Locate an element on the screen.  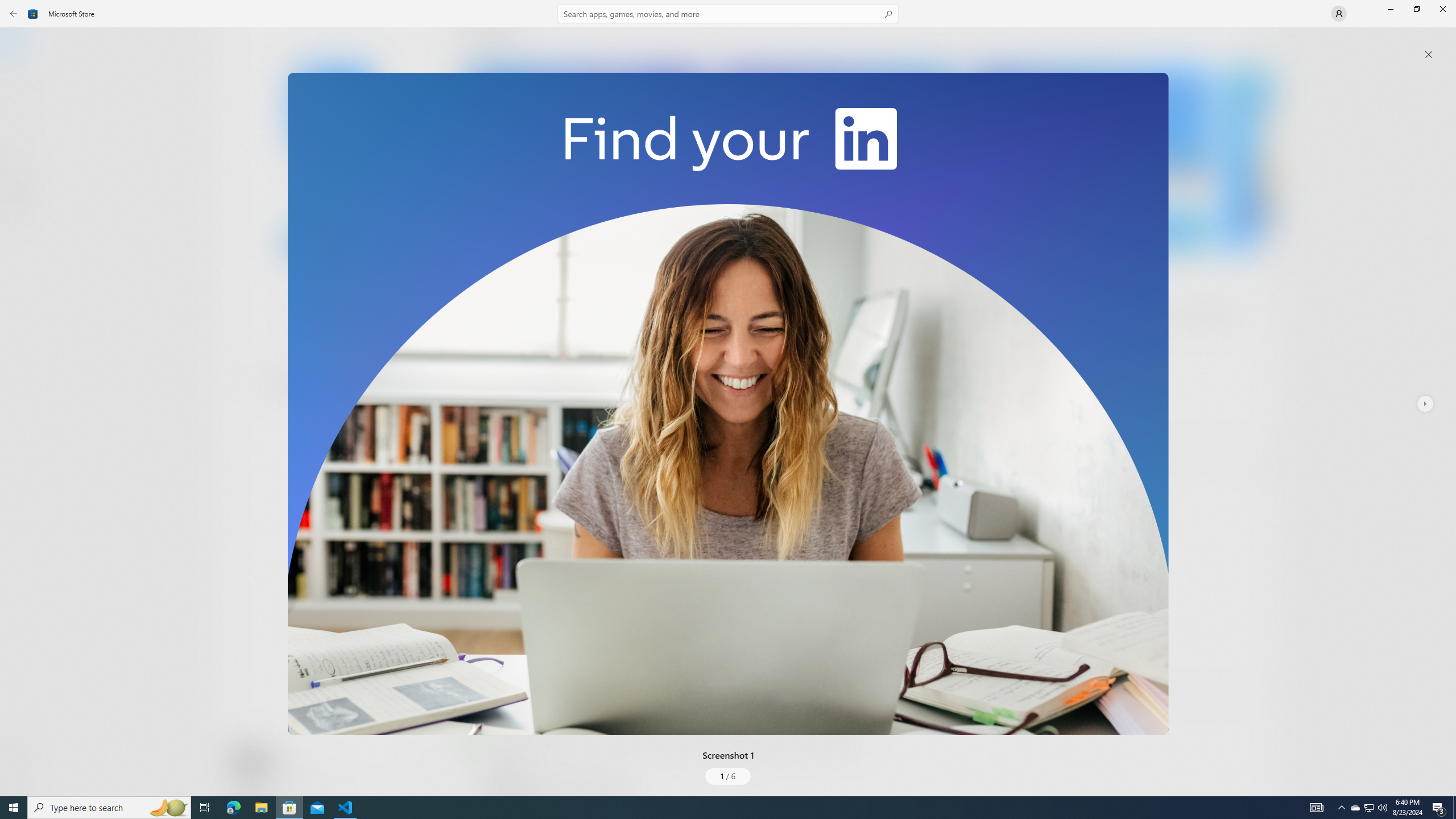
'Back' is located at coordinates (14, 13).